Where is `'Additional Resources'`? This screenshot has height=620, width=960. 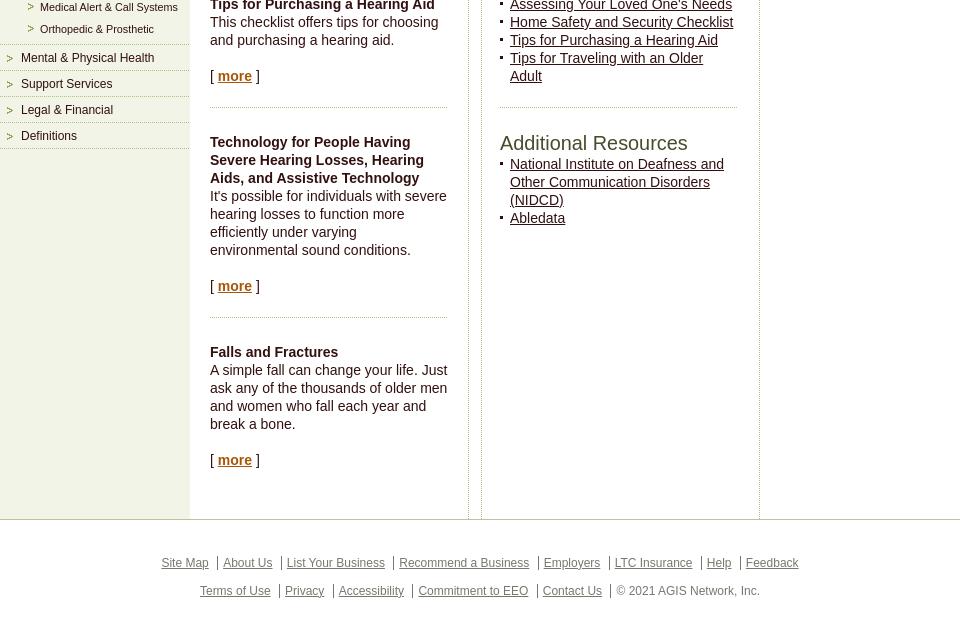
'Additional Resources' is located at coordinates (593, 141).